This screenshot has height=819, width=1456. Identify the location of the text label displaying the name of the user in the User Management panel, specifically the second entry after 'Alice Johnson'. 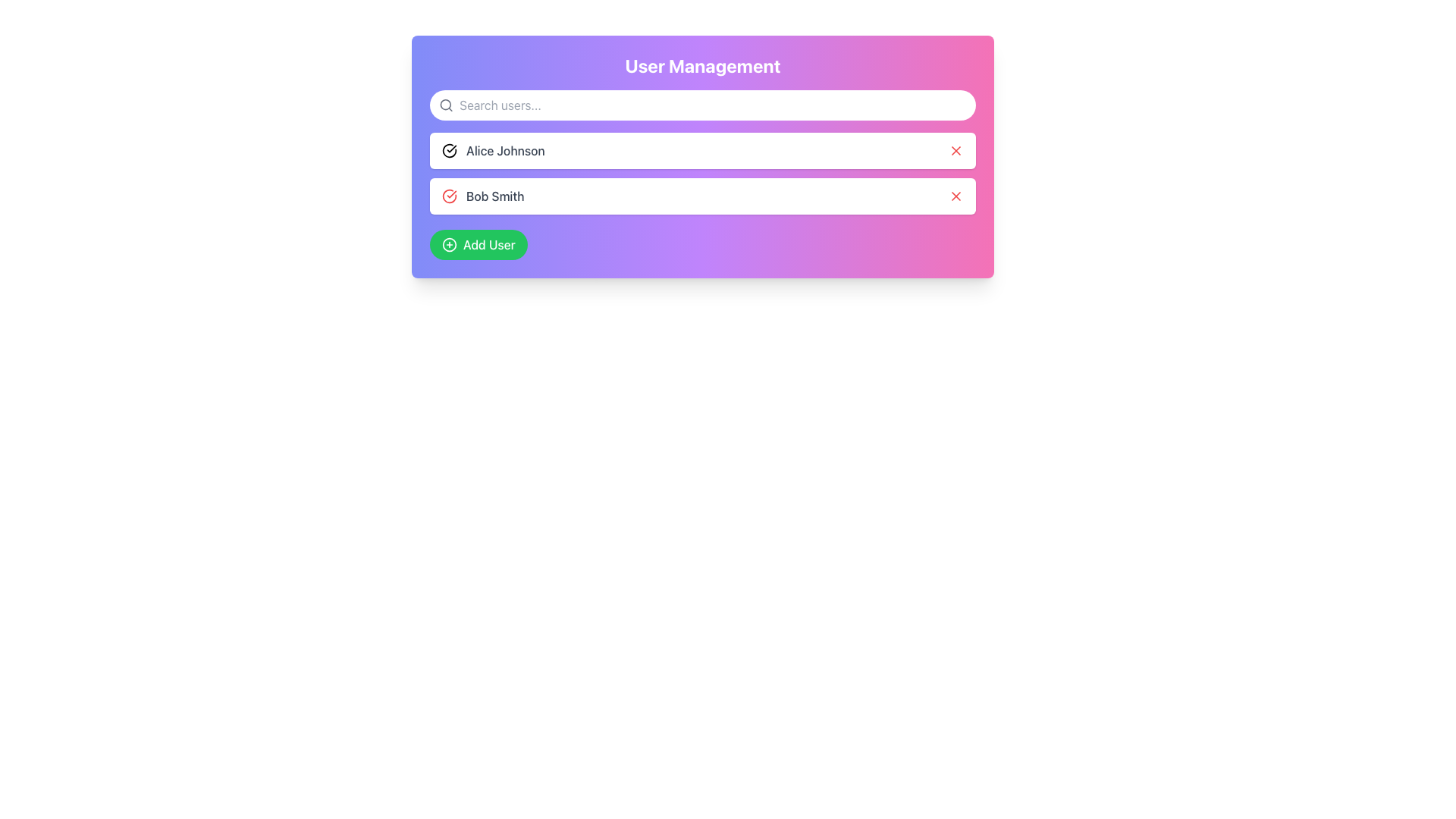
(495, 195).